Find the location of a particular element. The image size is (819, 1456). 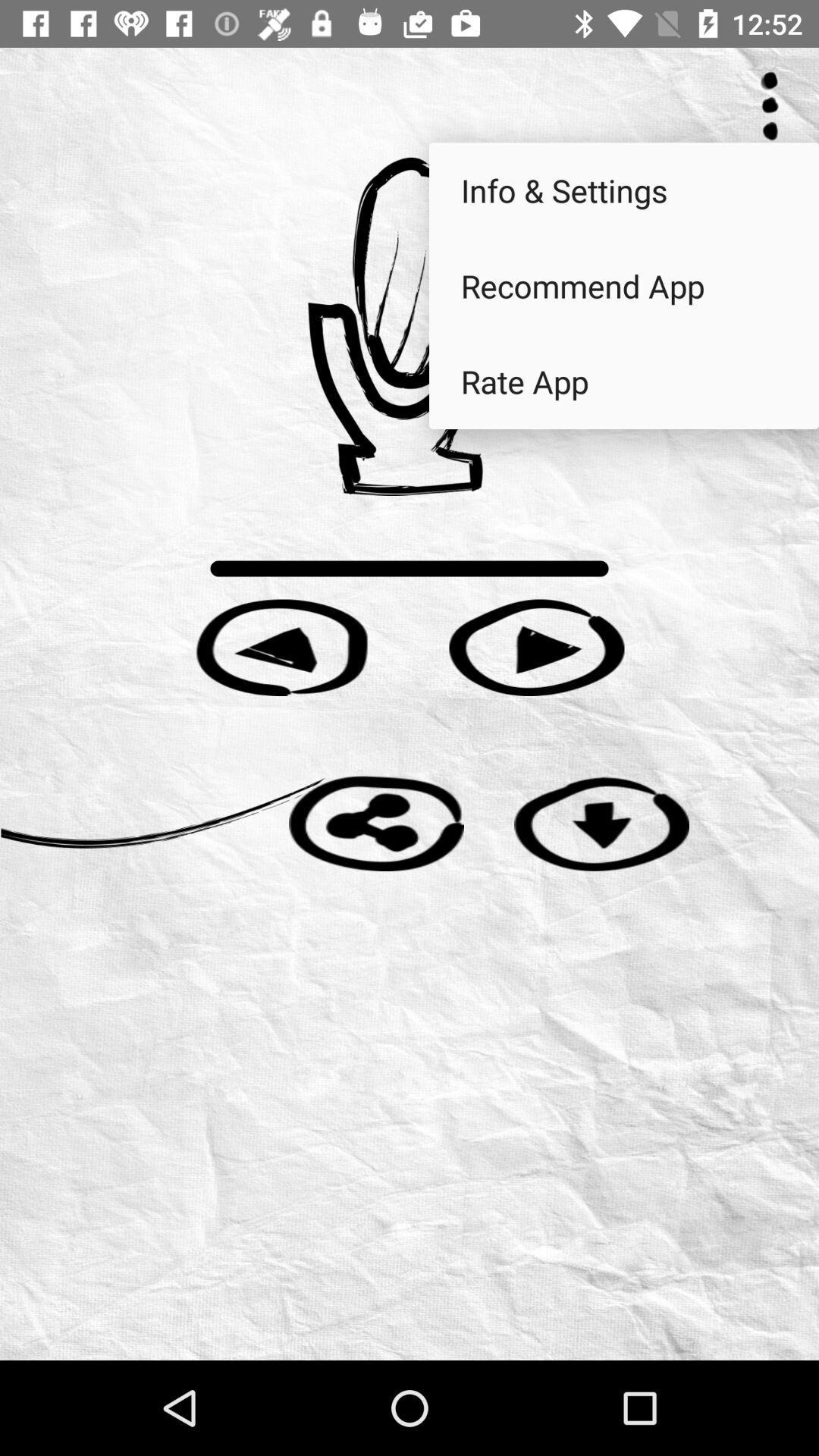

start recording is located at coordinates (409, 325).